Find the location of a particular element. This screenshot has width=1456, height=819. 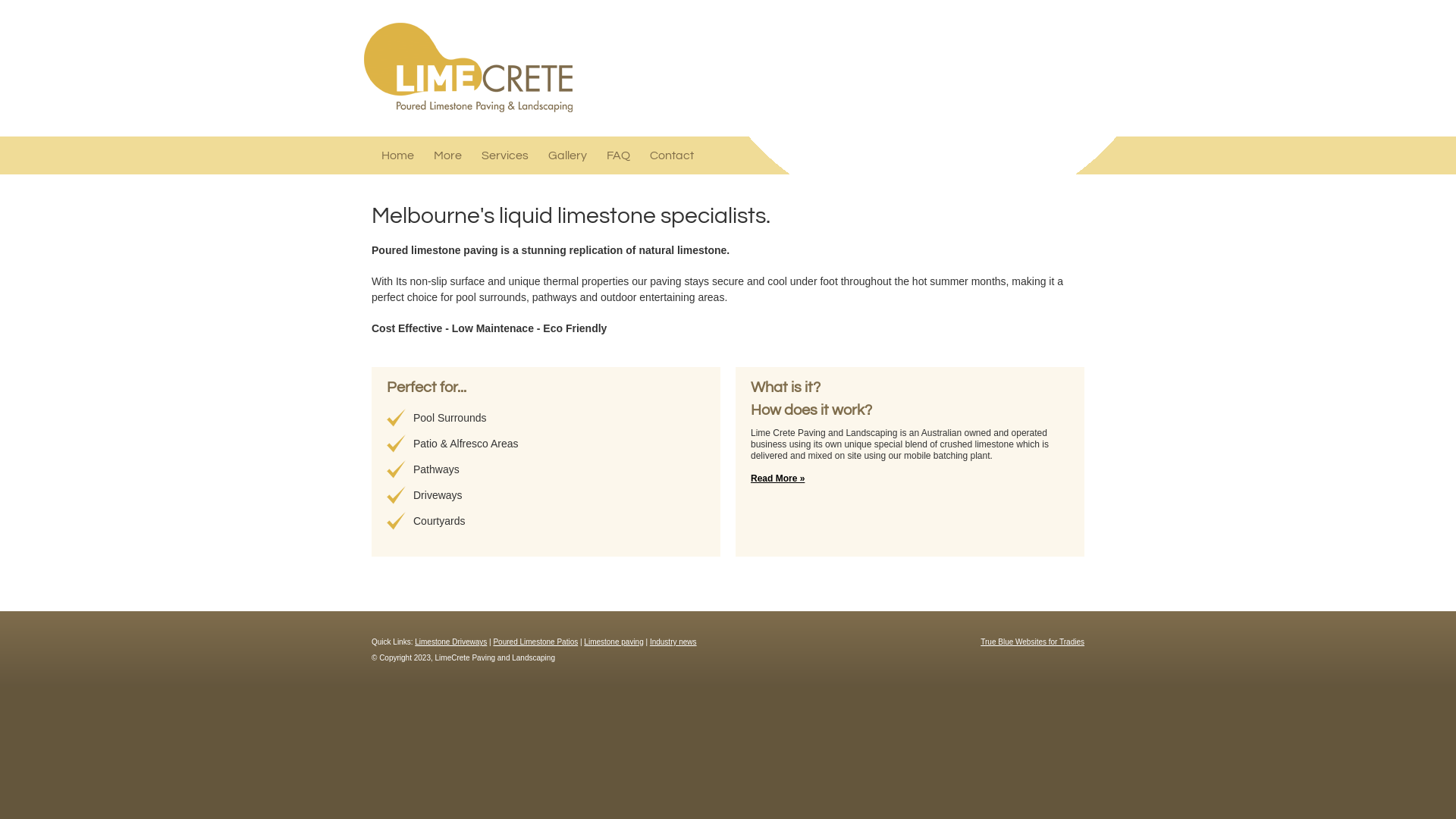

'Limestone paving' is located at coordinates (582, 642).